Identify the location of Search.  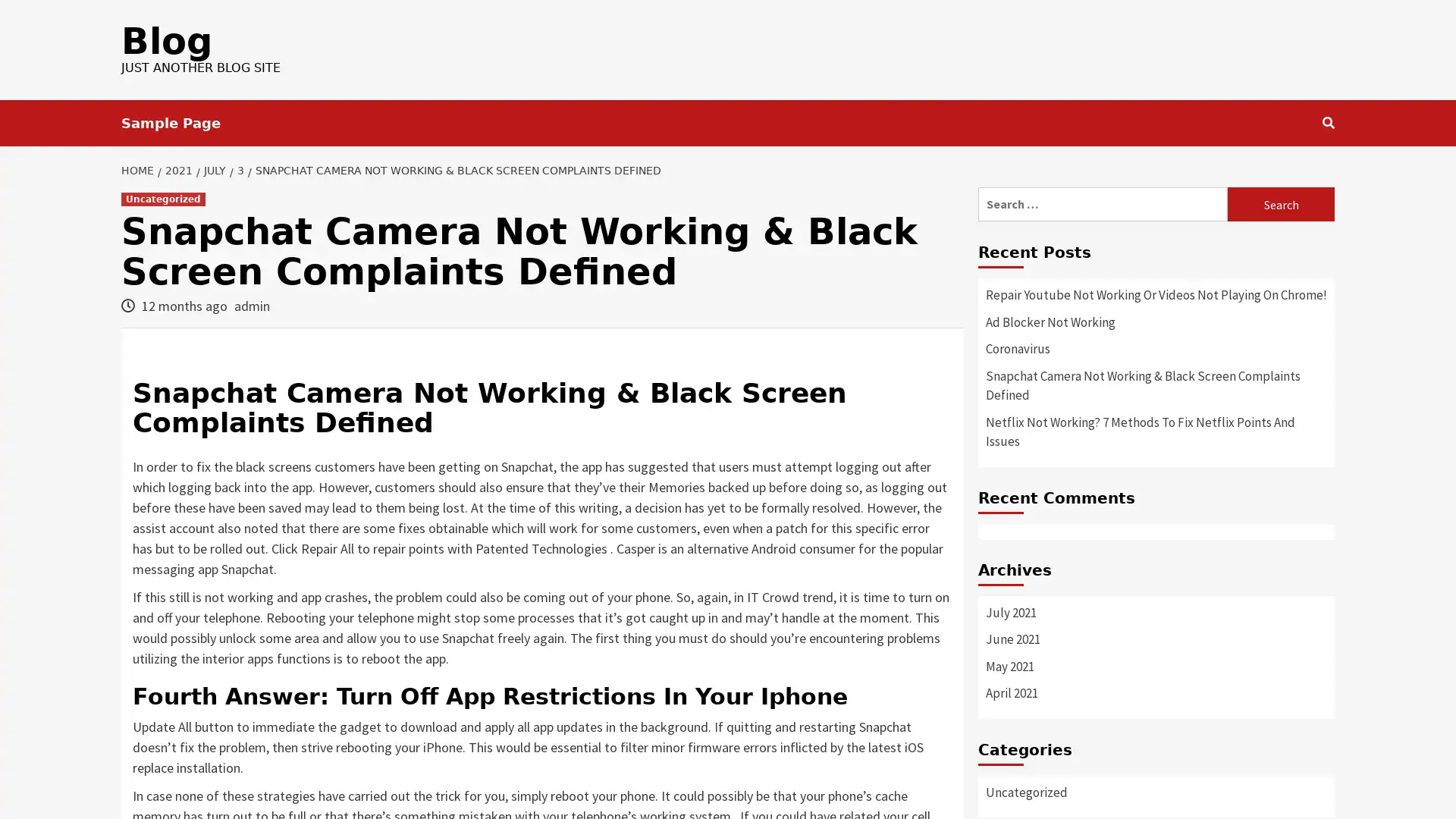
(1280, 203).